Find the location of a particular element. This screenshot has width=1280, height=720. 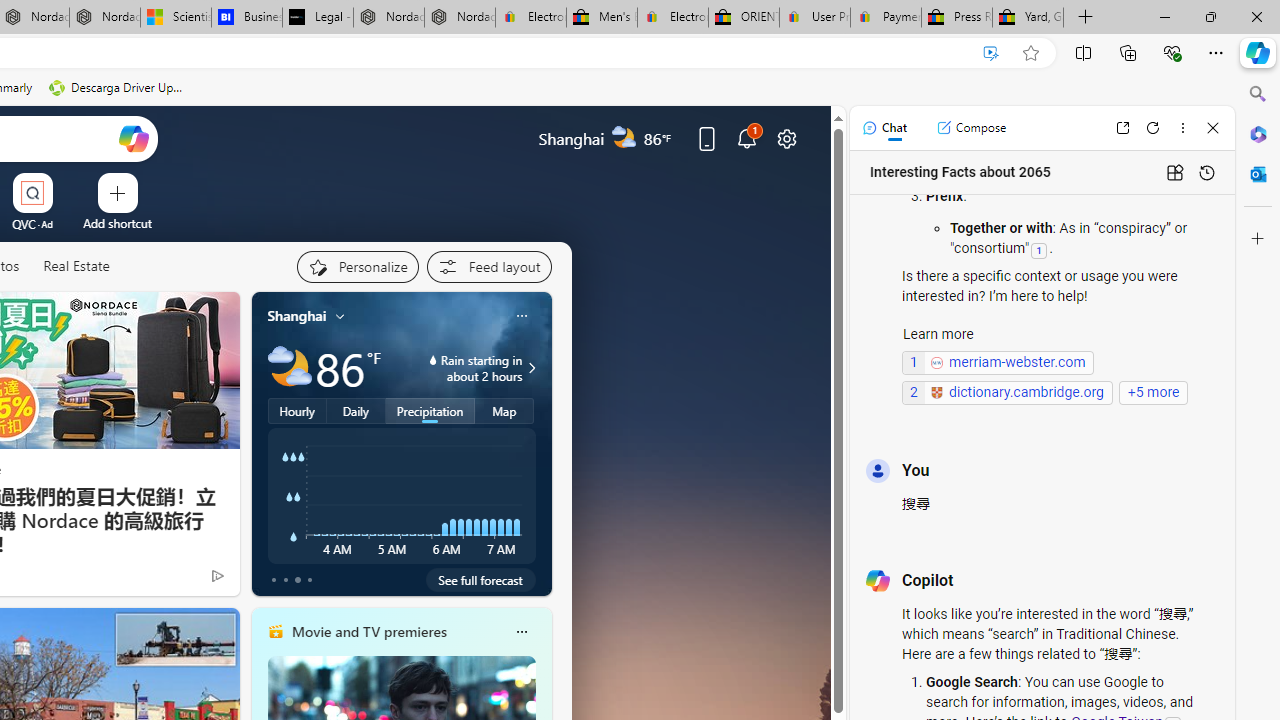

'Compose' is located at coordinates (971, 128).